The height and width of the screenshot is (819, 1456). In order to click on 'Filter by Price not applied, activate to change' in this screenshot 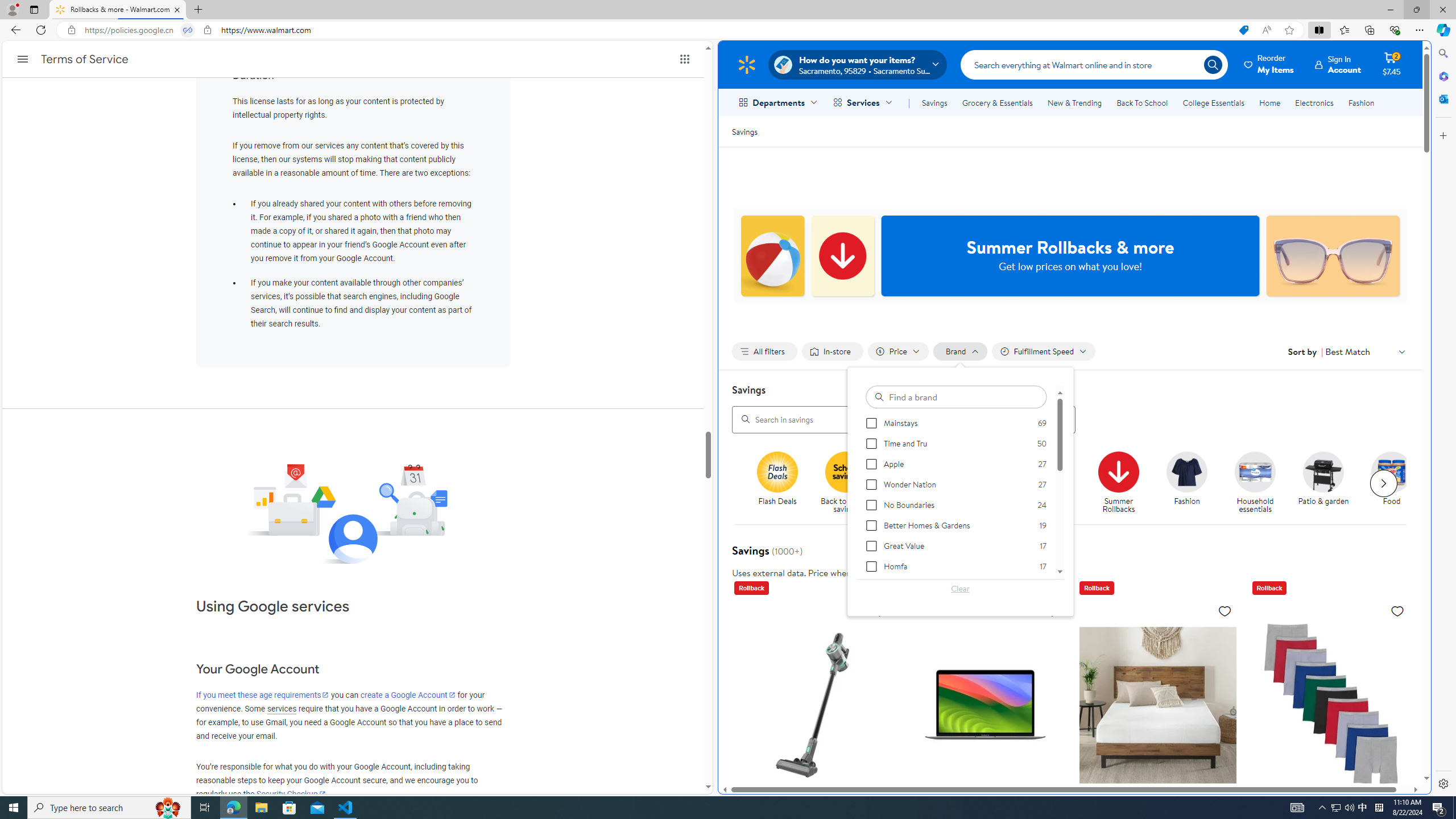, I will do `click(897, 351)`.